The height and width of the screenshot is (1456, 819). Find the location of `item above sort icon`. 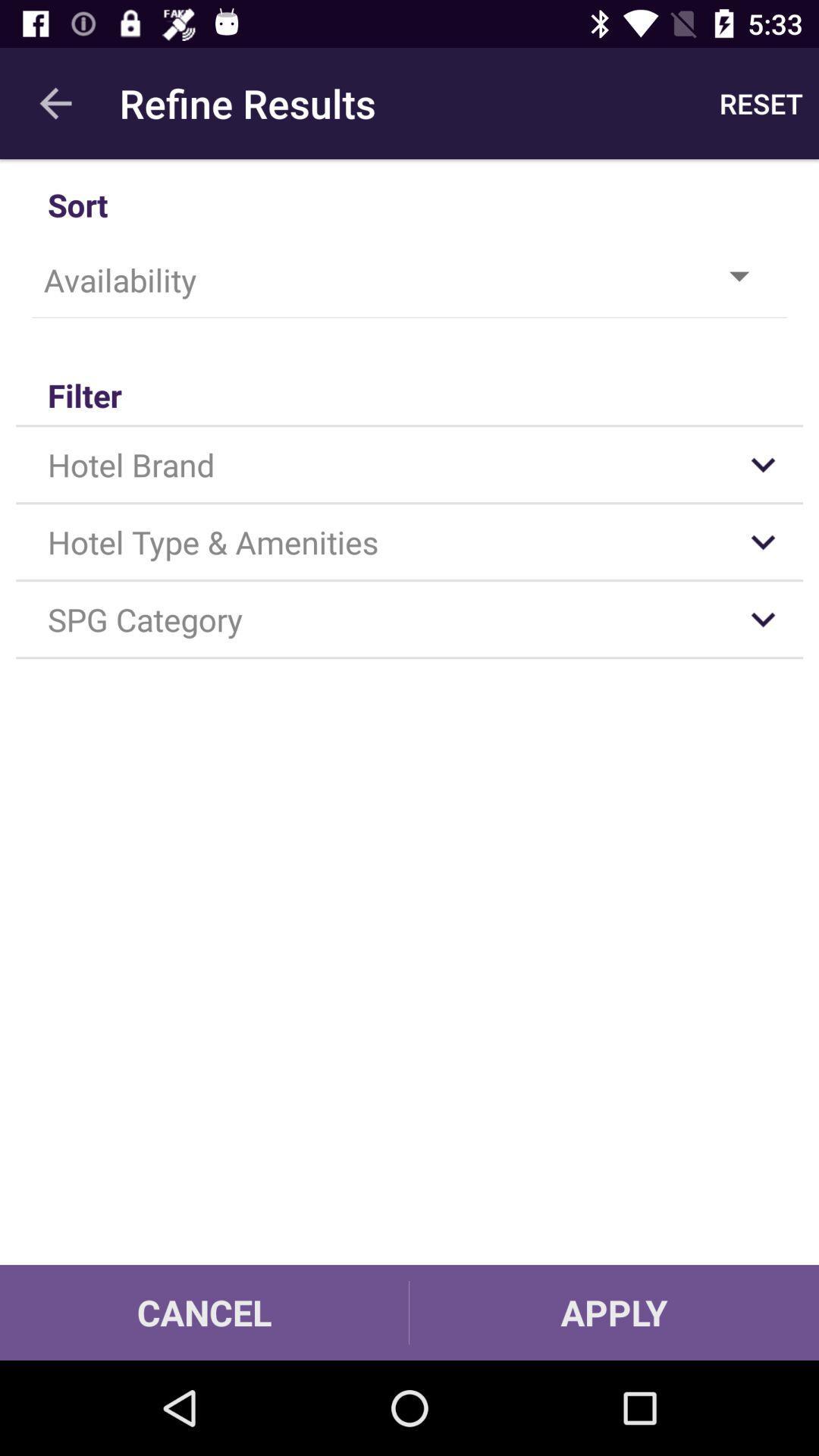

item above sort icon is located at coordinates (55, 102).